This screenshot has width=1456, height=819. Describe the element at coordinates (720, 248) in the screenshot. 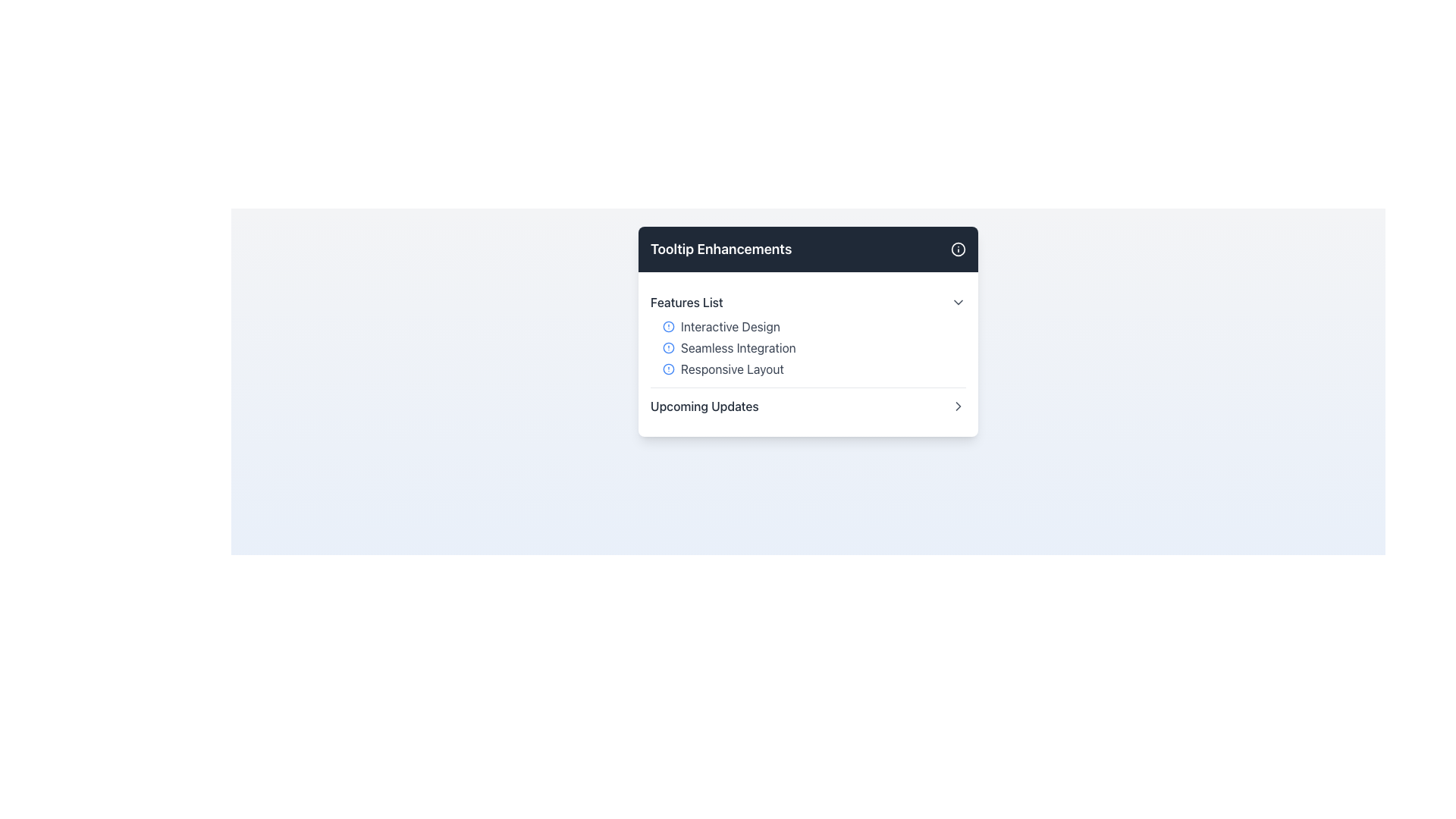

I see `the Text Label that serves as a title or header for the card or section, located at the top-left area of a dark gray horizontal bar` at that location.